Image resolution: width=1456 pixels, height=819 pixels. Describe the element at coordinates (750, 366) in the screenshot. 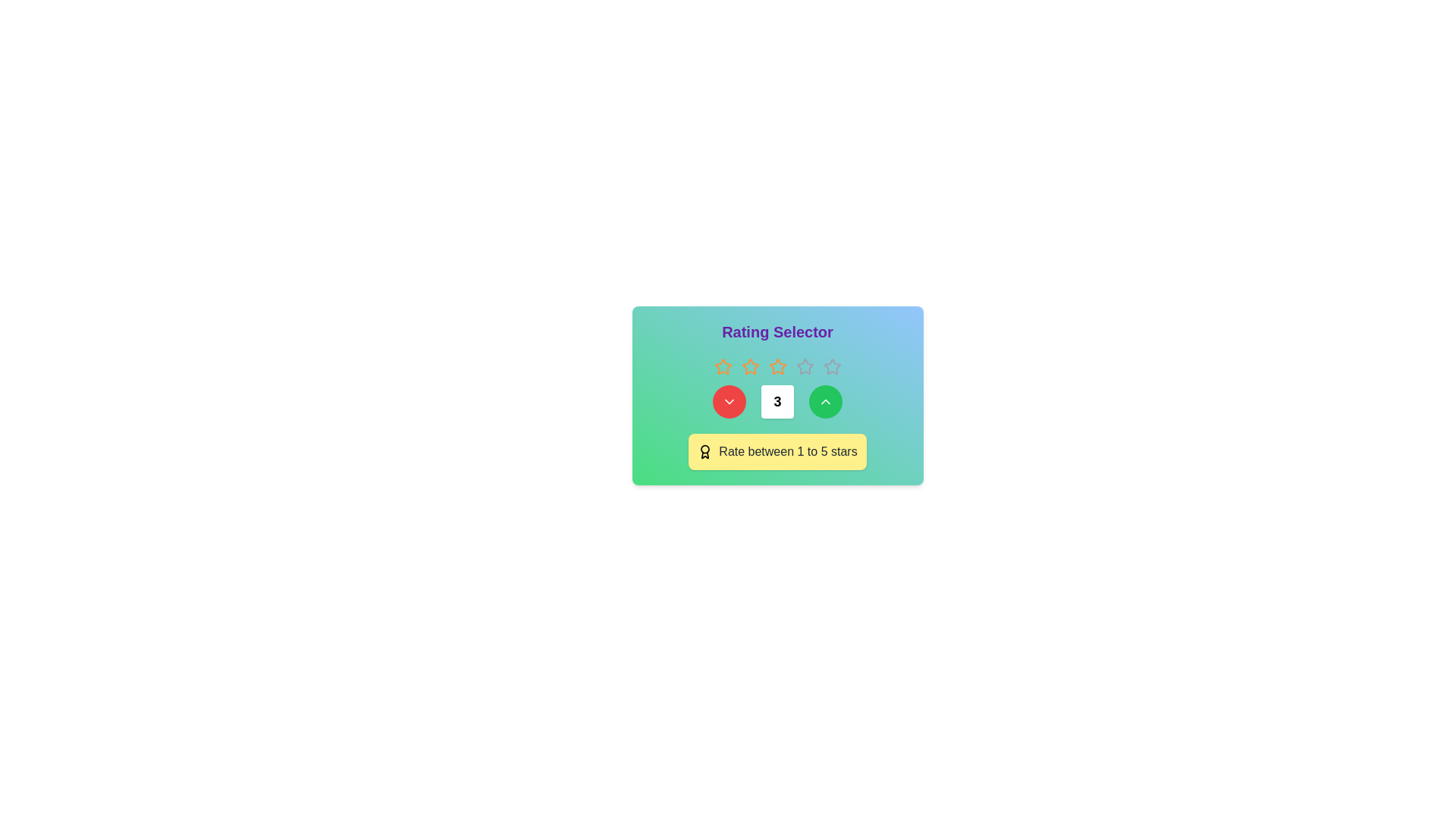

I see `the second star icon in the rating system` at that location.